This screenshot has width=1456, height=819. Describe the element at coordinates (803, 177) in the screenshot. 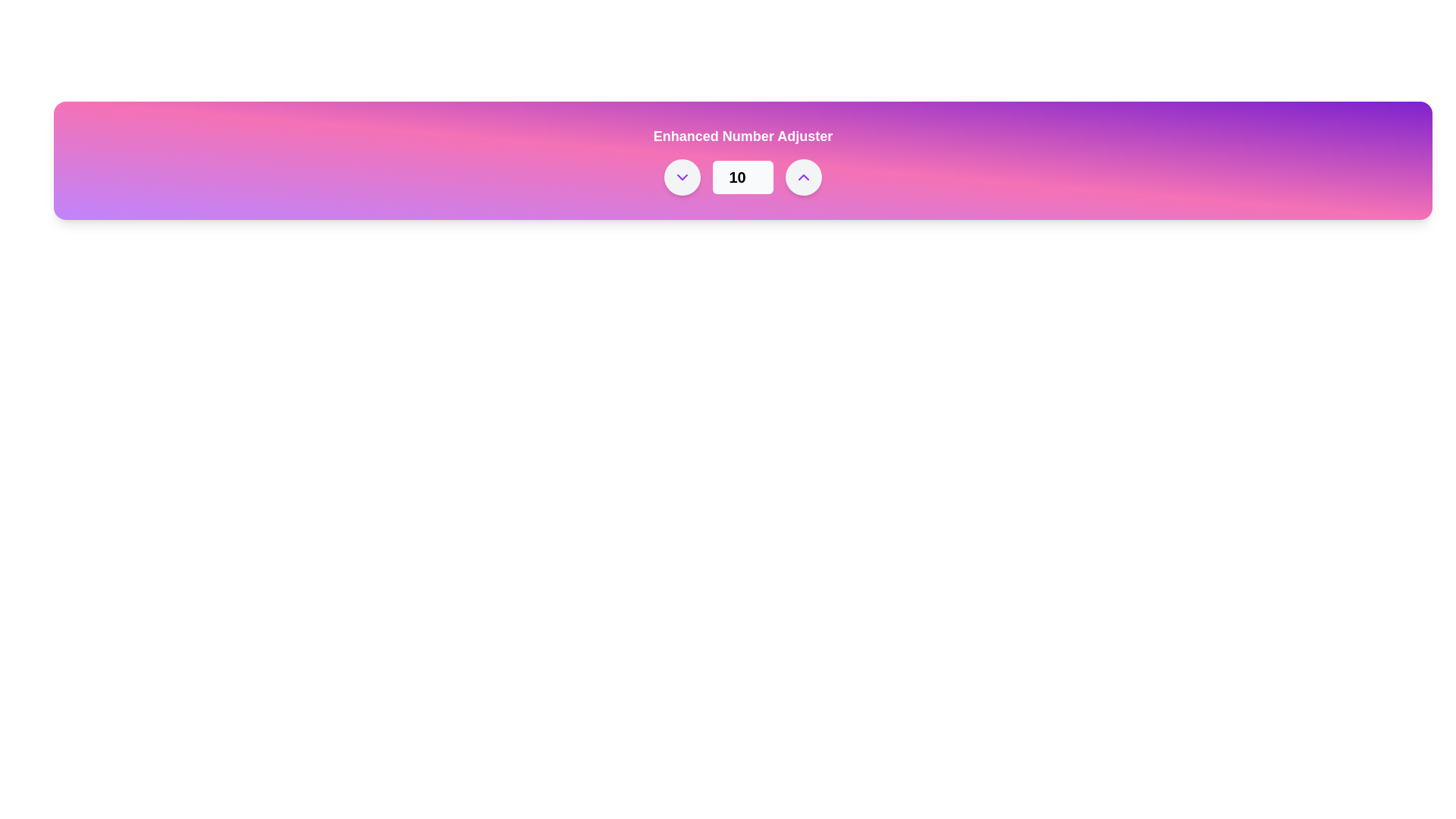

I see `the chevron-style upward arrow icon located within a circular purple button on the right side of the components below the 'Enhanced Number Adjuster' title` at that location.